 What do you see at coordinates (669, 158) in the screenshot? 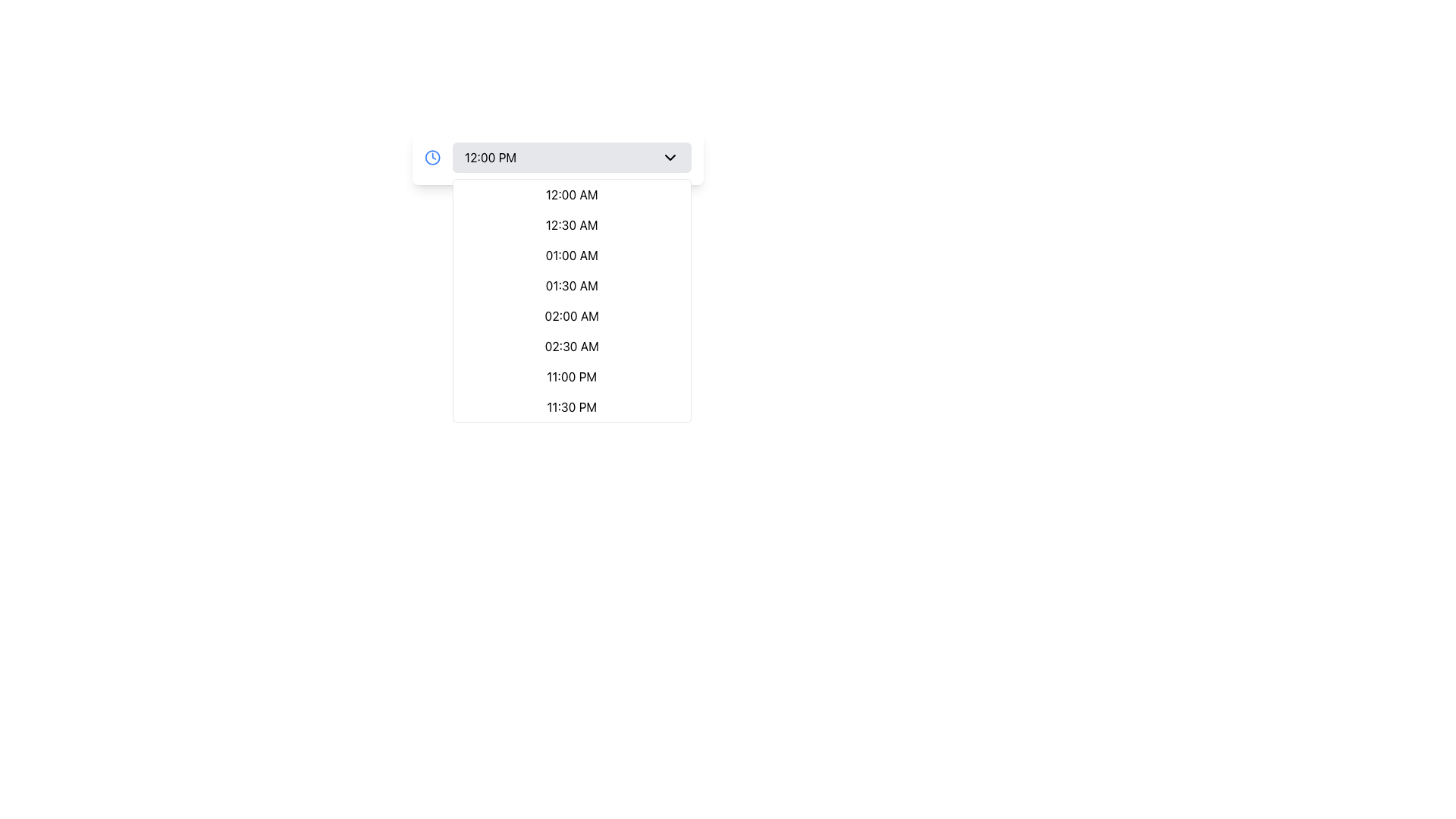
I see `the downward-pointing triangular chevron icon adjacent to the text '12:00 PM'` at bounding box center [669, 158].